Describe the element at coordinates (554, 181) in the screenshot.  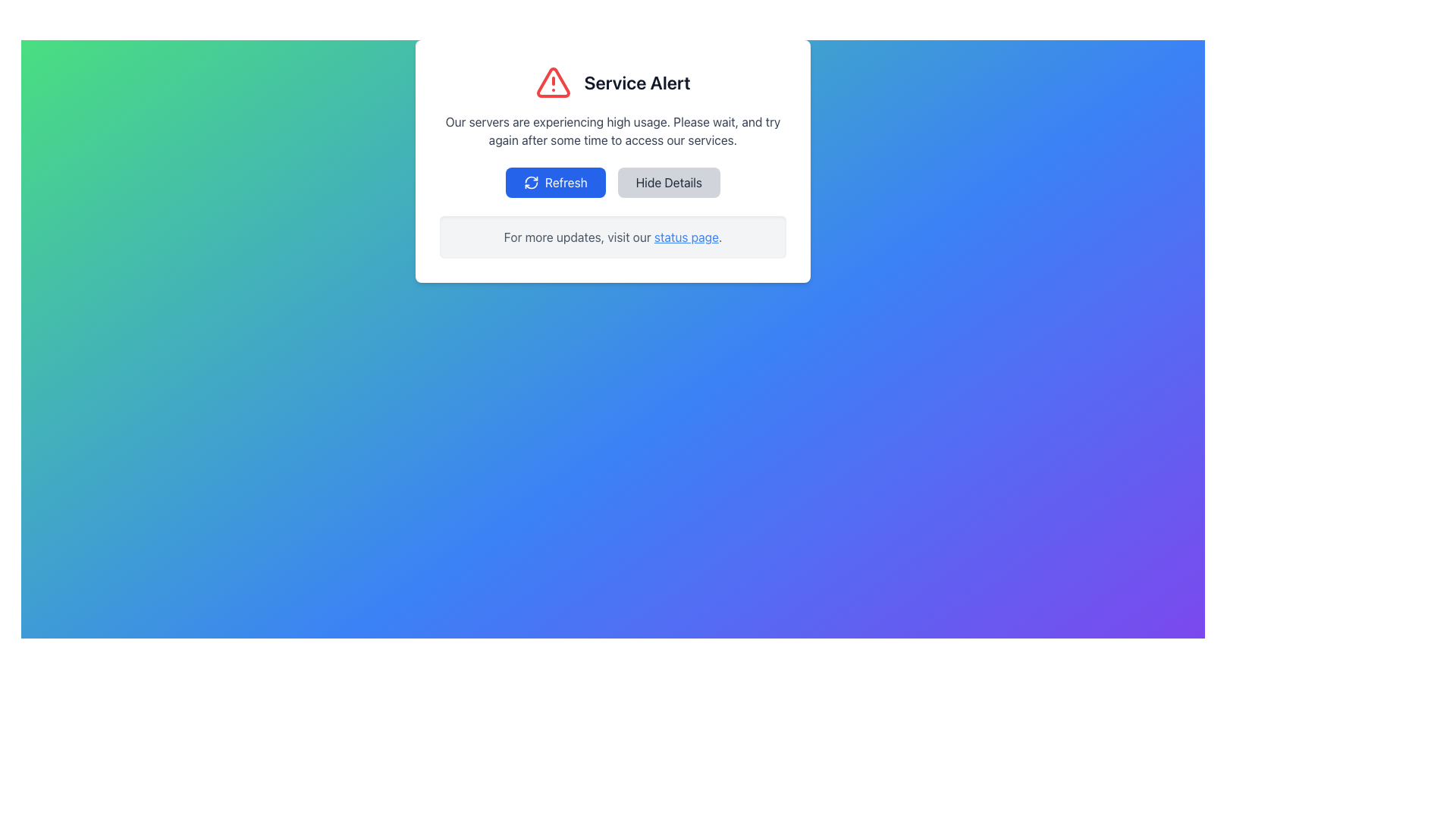
I see `the 'Refresh' button, which has a blue background with white text and a circular arrow icon, to initiate a refresh action` at that location.